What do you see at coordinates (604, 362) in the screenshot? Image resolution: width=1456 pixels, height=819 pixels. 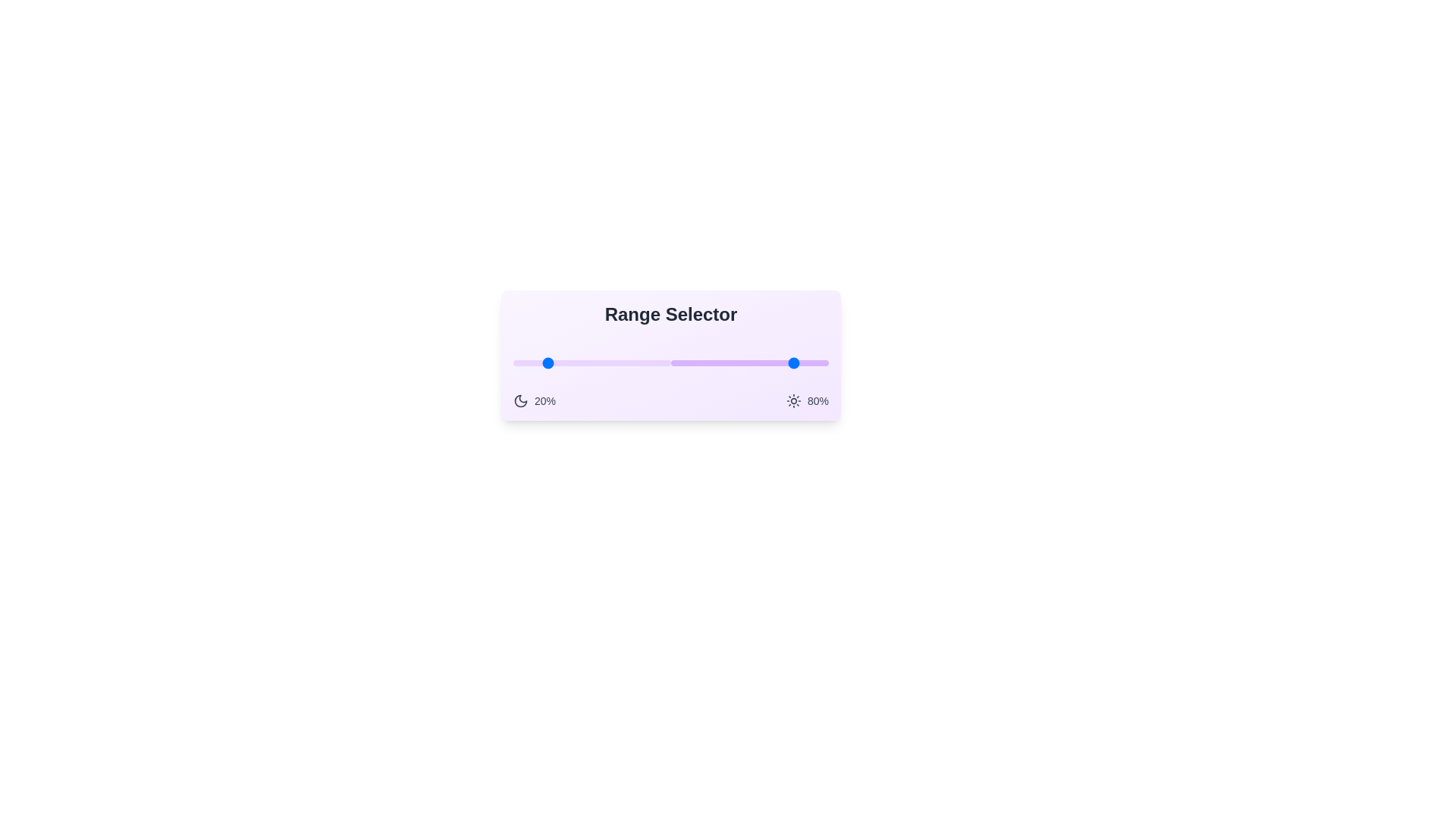 I see `the lower bound of the range to 58% by dragging the left slider` at bounding box center [604, 362].